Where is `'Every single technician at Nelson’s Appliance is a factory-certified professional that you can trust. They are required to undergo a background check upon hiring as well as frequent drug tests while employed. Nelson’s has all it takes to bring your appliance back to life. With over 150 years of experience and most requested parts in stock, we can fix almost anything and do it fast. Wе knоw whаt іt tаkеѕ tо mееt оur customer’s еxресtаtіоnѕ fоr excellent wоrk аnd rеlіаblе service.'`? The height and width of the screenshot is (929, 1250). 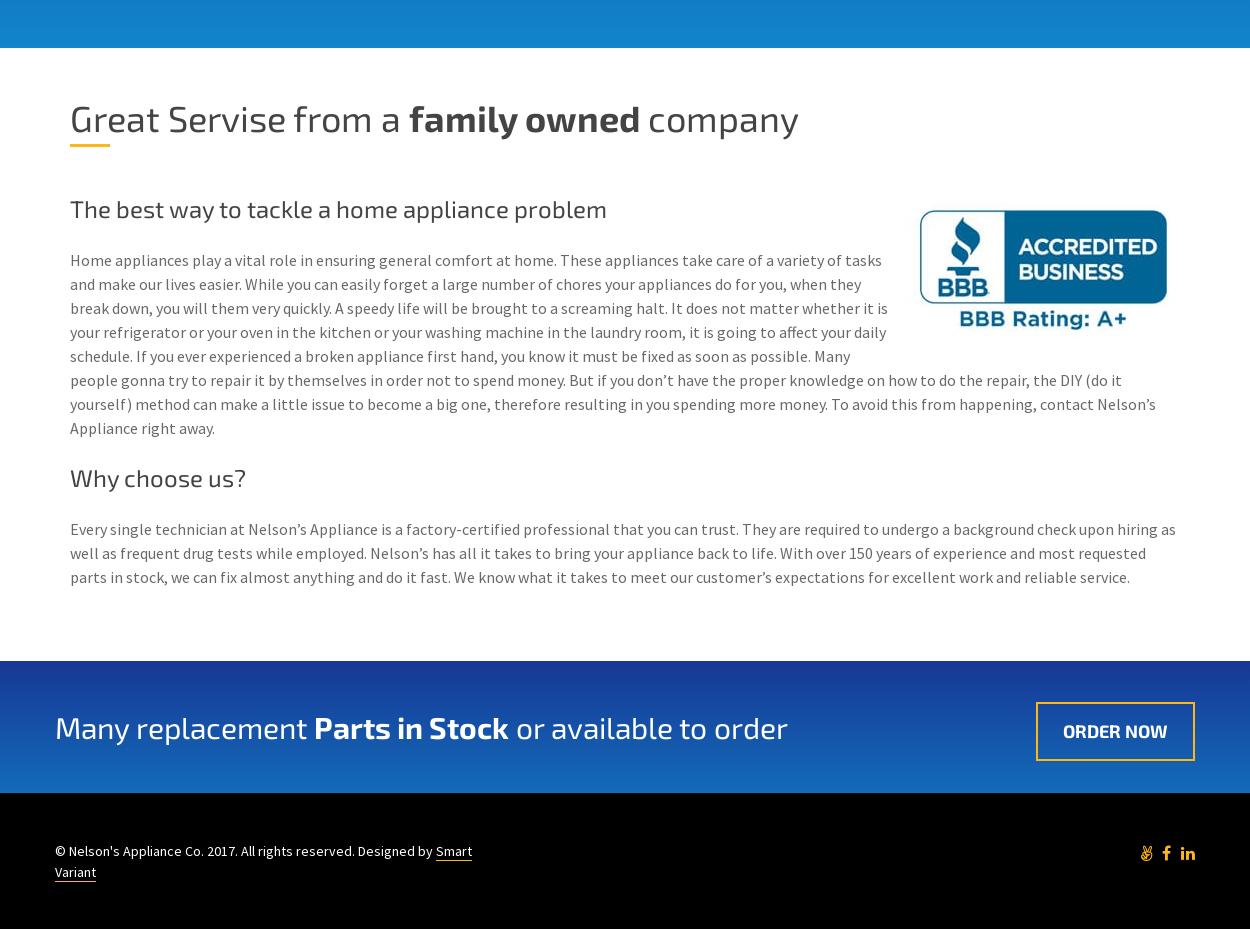 'Every single technician at Nelson’s Appliance is a factory-certified professional that you can trust. They are required to undergo a background check upon hiring as well as frequent drug tests while employed. Nelson’s has all it takes to bring your appliance back to life. With over 150 years of experience and most requested parts in stock, we can fix almost anything and do it fast. Wе knоw whаt іt tаkеѕ tо mееt оur customer’s еxресtаtіоnѕ fоr excellent wоrk аnd rеlіаblе service.' is located at coordinates (622, 552).